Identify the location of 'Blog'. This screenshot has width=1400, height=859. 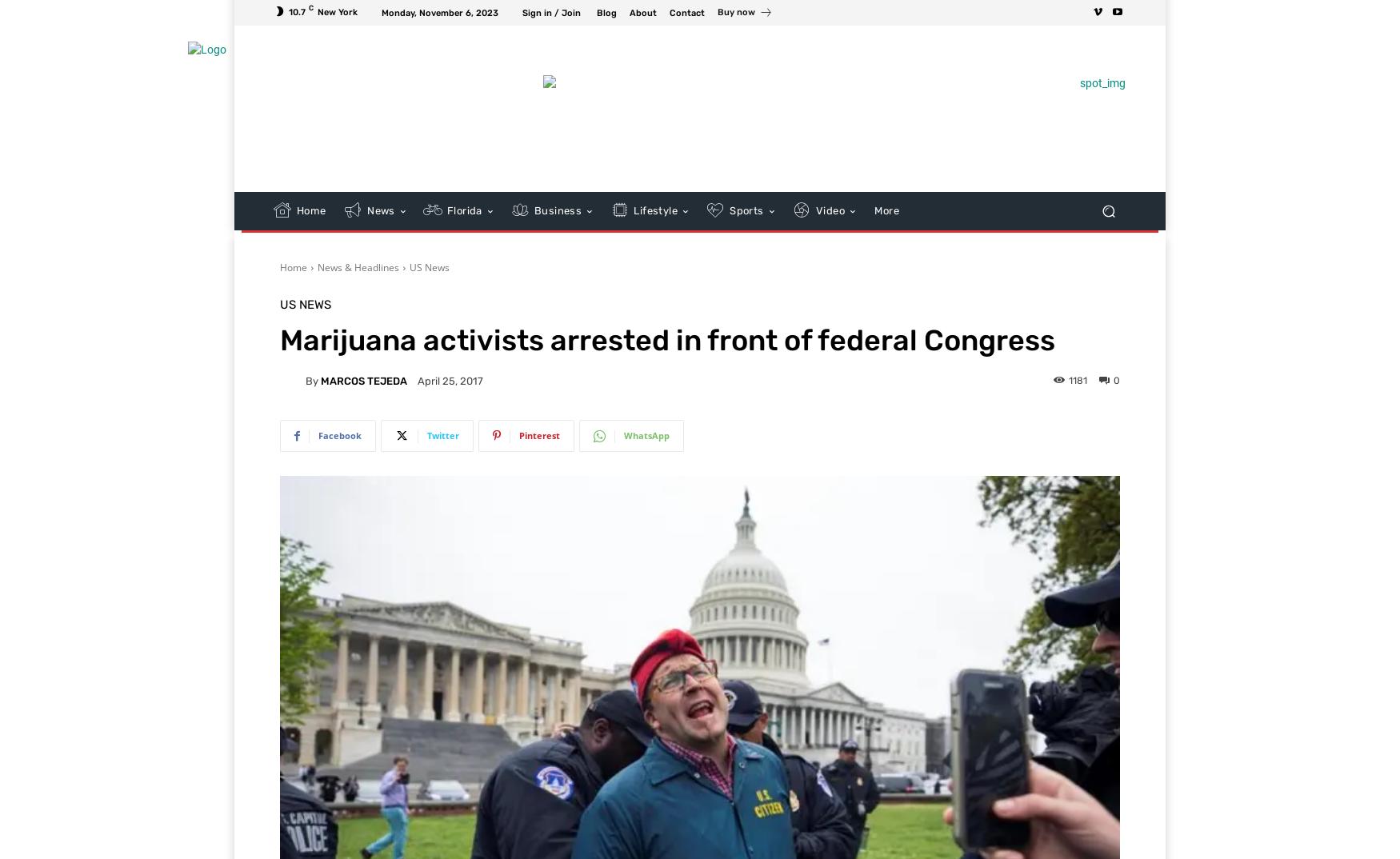
(606, 11).